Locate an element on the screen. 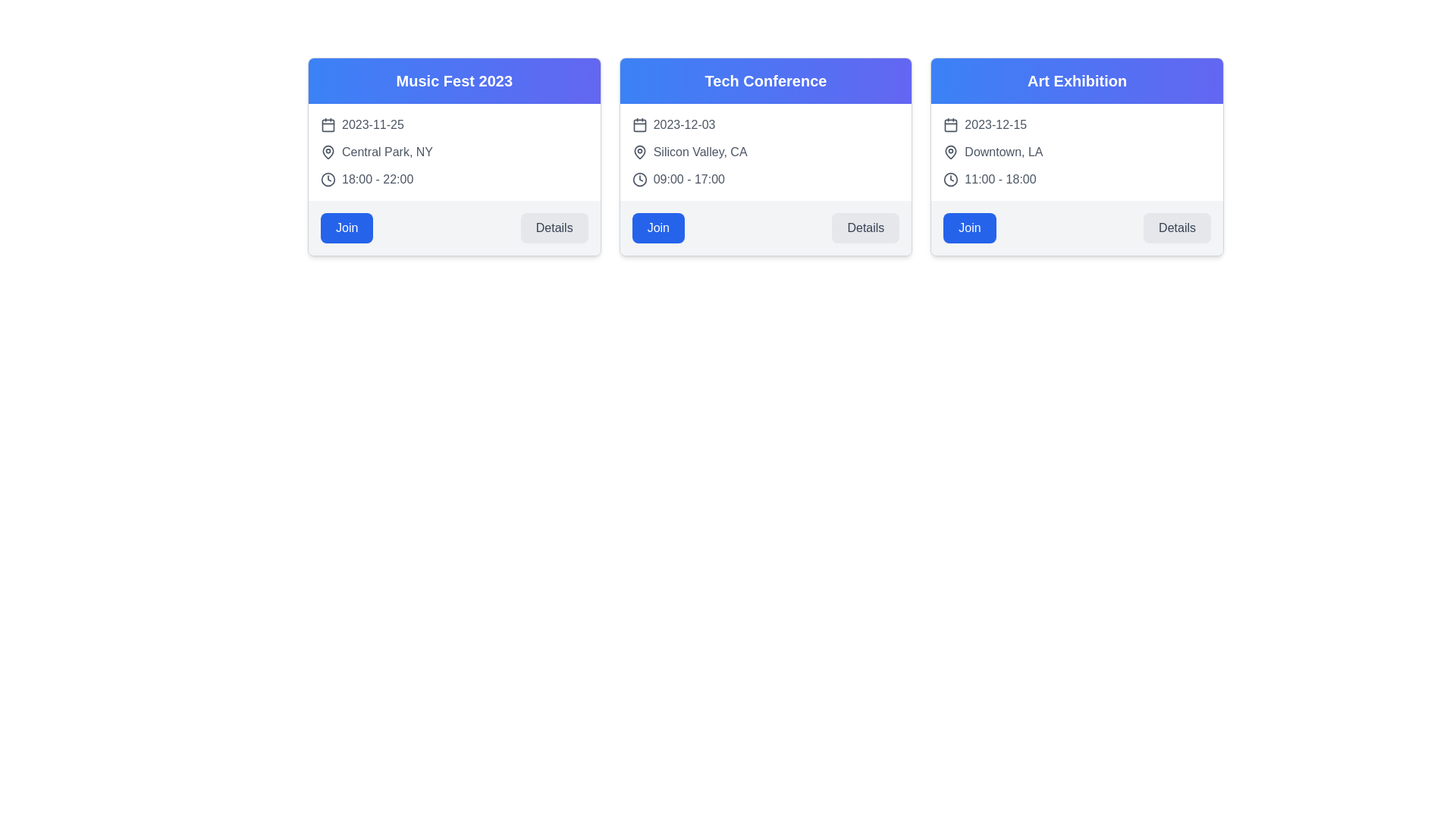  the 'Details' button next to the 'Join' button is located at coordinates (1176, 227).